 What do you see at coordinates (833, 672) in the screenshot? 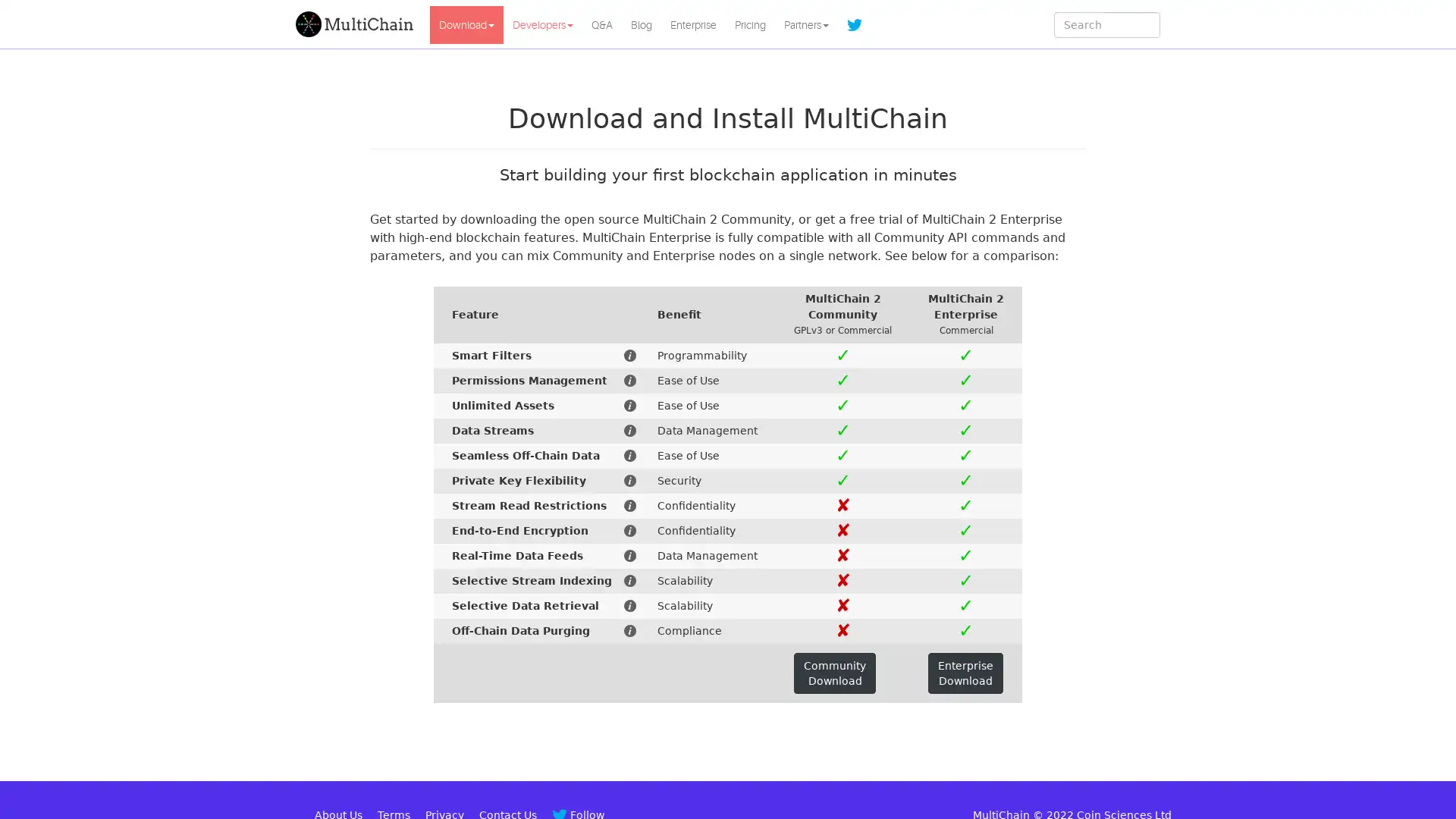
I see `Community Download` at bounding box center [833, 672].